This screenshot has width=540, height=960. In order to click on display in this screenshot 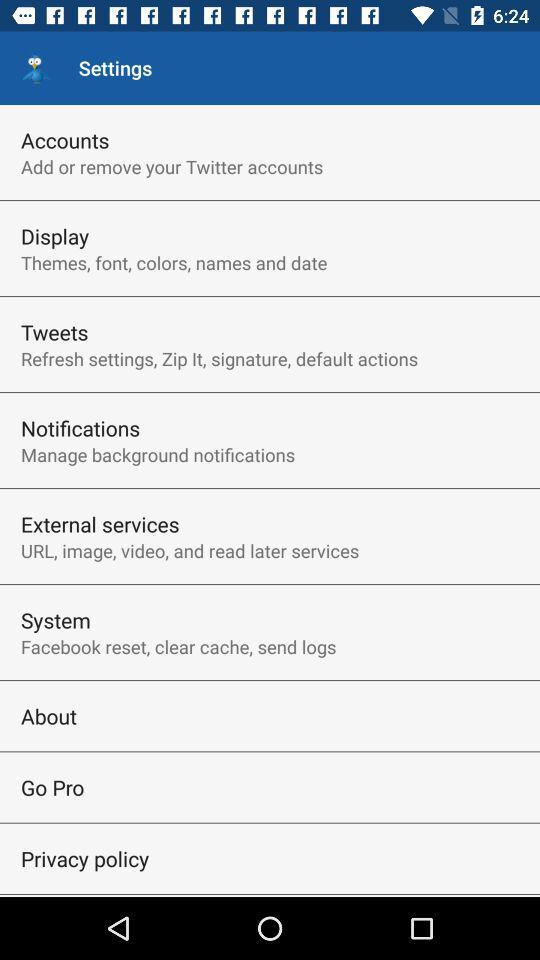, I will do `click(55, 236)`.